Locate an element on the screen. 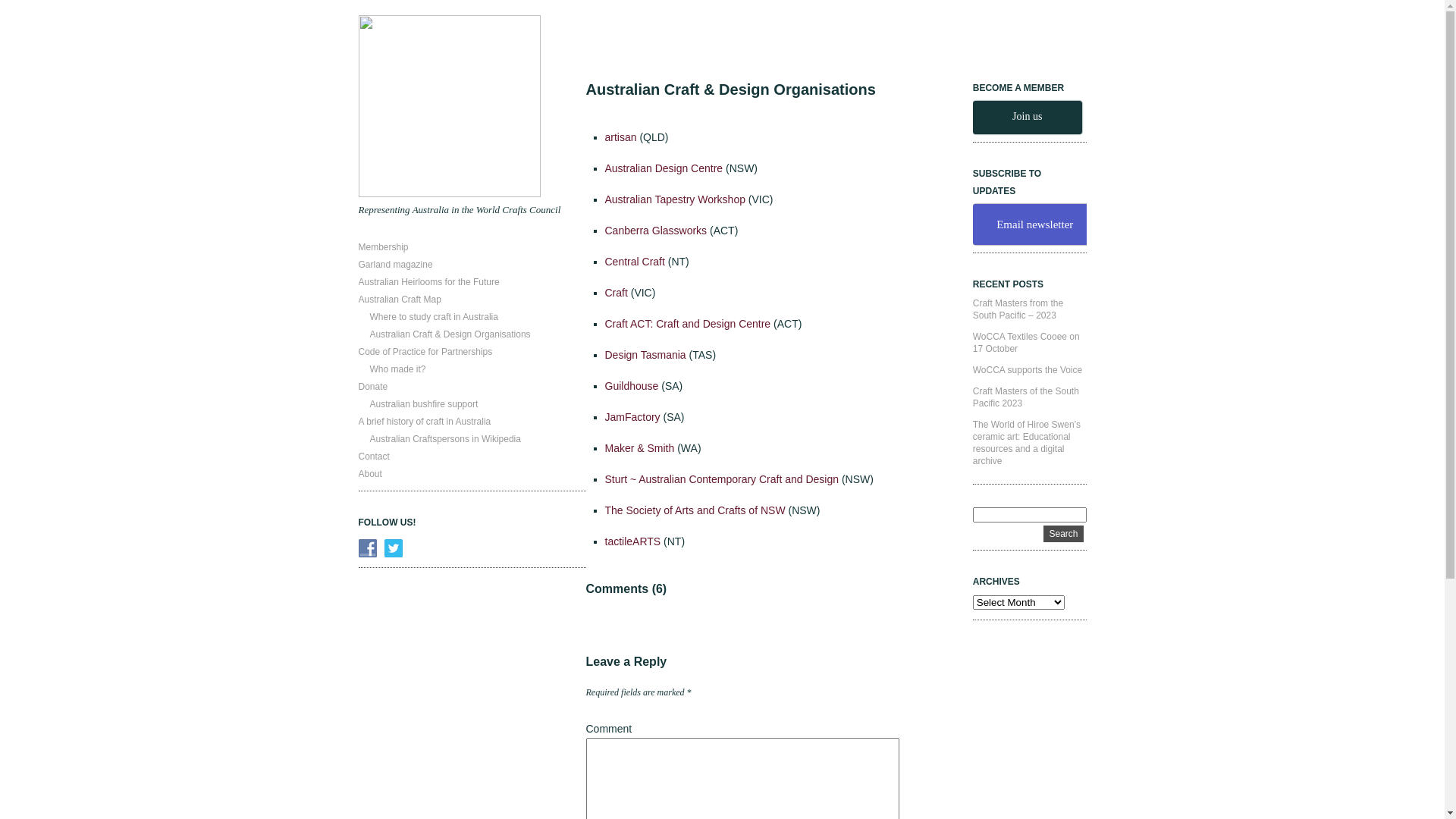 The height and width of the screenshot is (819, 1456). 'Maker & Smith' is located at coordinates (604, 447).